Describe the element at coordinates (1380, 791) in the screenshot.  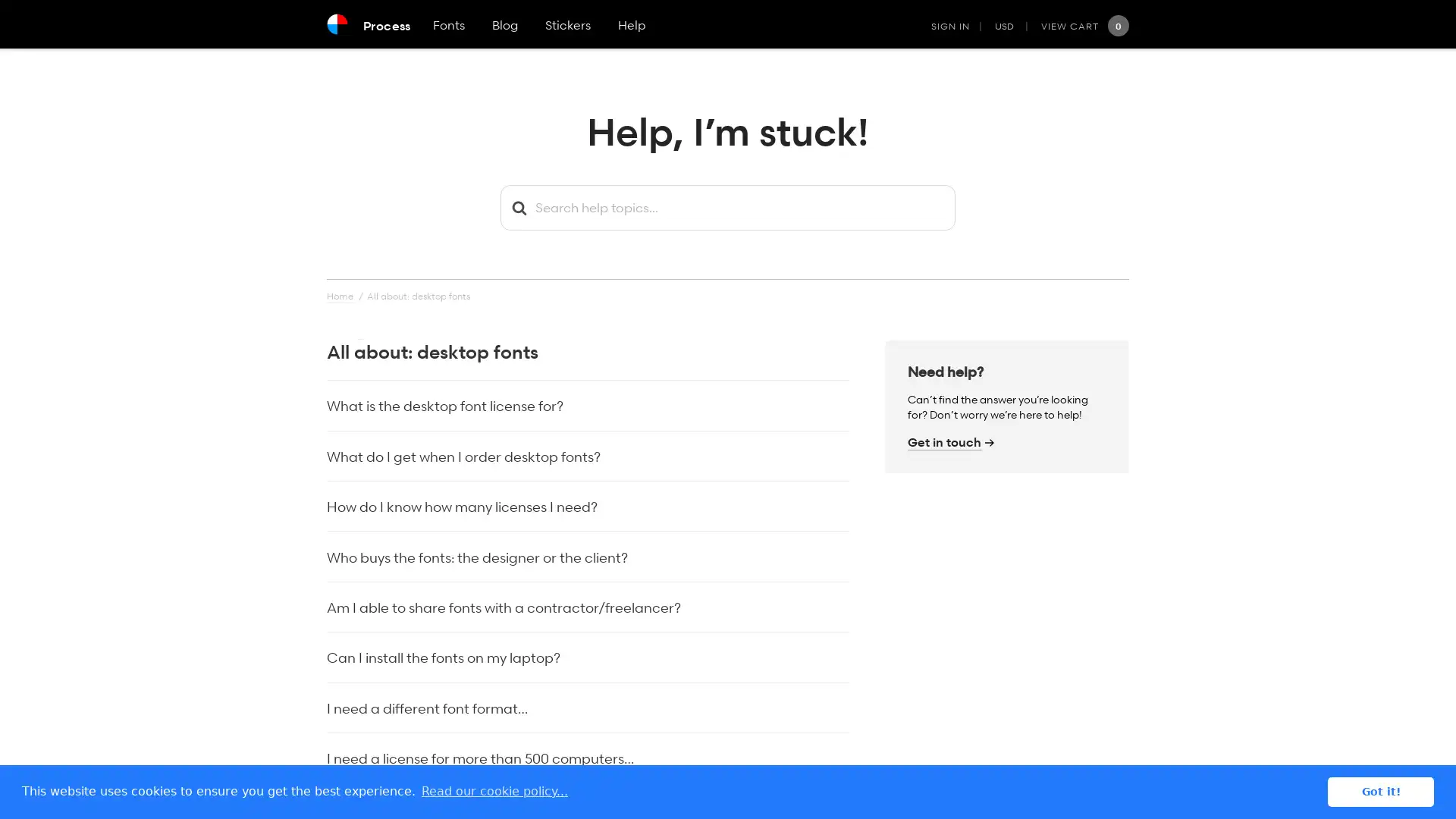
I see `dismiss cookie message` at that location.